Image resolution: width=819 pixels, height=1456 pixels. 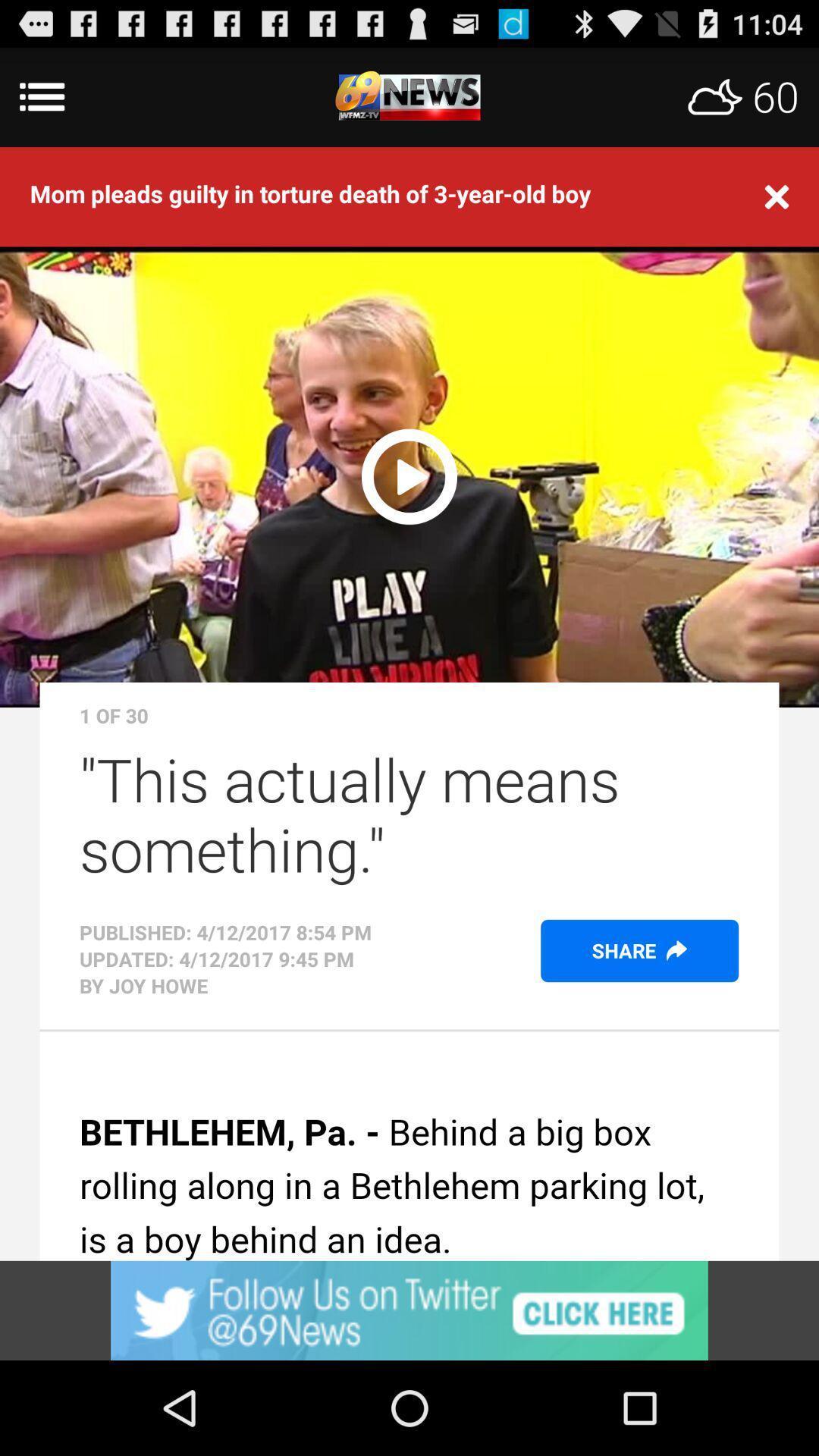 What do you see at coordinates (409, 473) in the screenshot?
I see `video panel` at bounding box center [409, 473].